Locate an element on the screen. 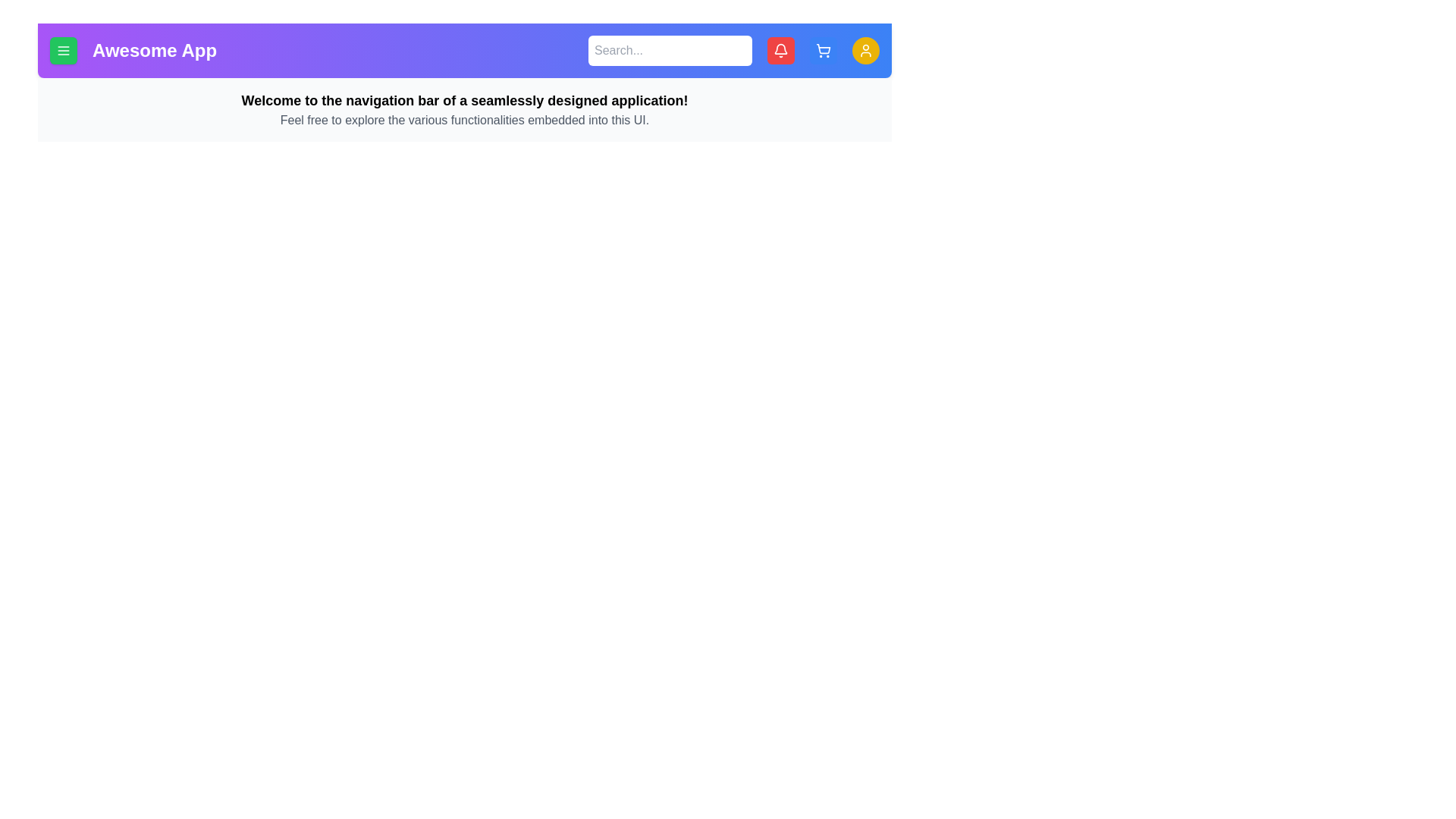  the button with notification to view its hover effect is located at coordinates (781, 49).